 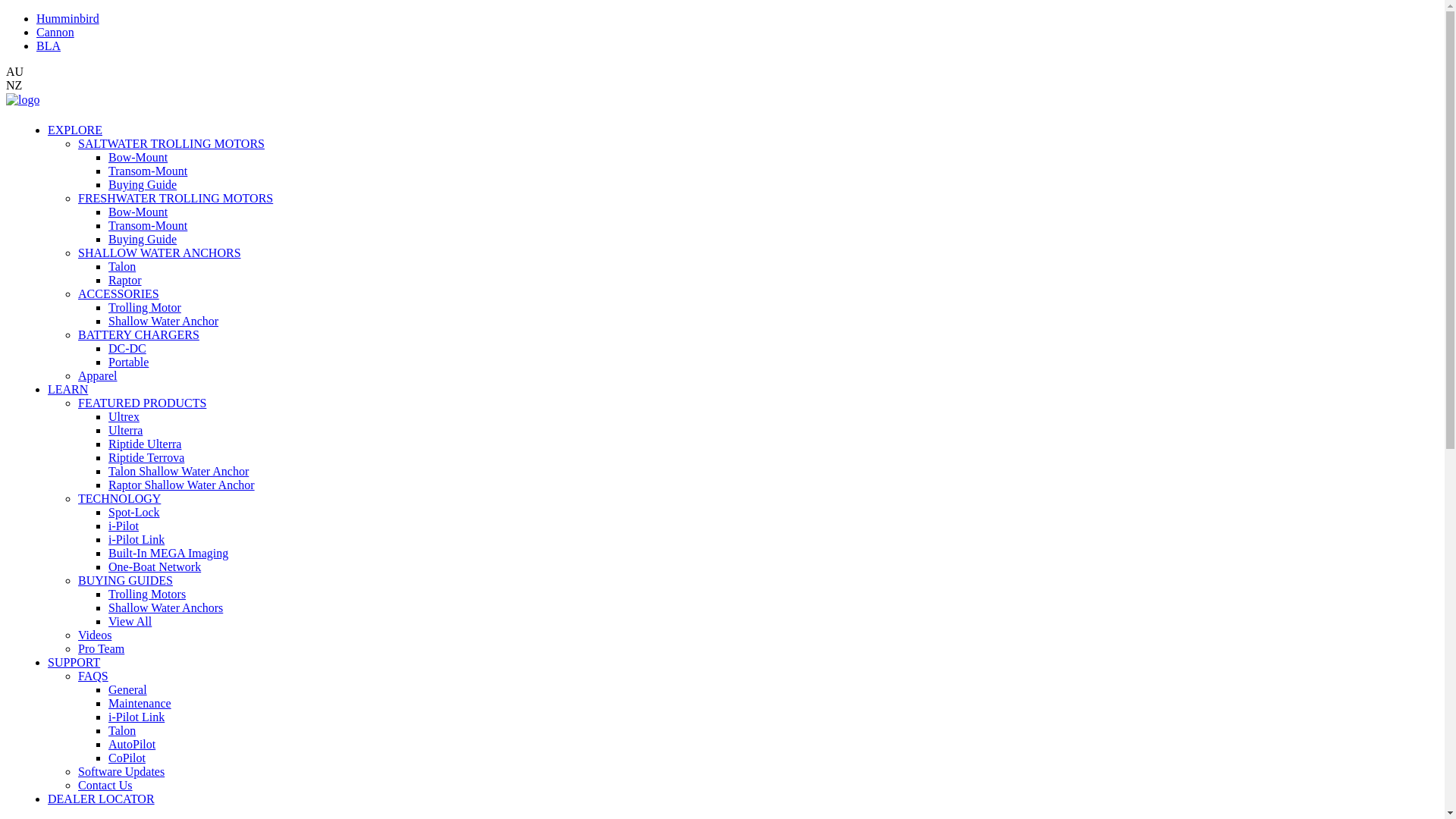 What do you see at coordinates (124, 525) in the screenshot?
I see `'i-Pilot'` at bounding box center [124, 525].